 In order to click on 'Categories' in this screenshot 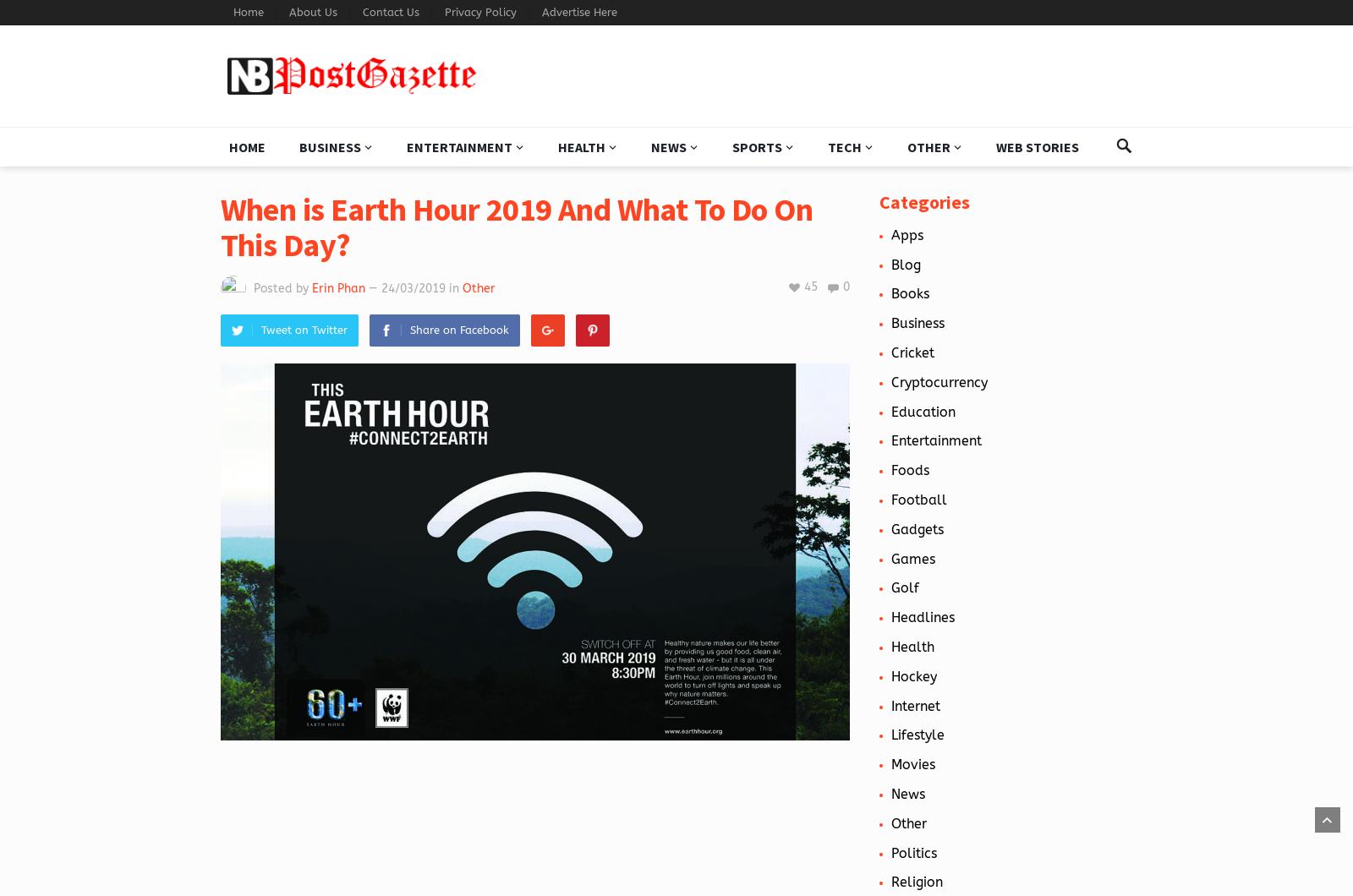, I will do `click(923, 201)`.